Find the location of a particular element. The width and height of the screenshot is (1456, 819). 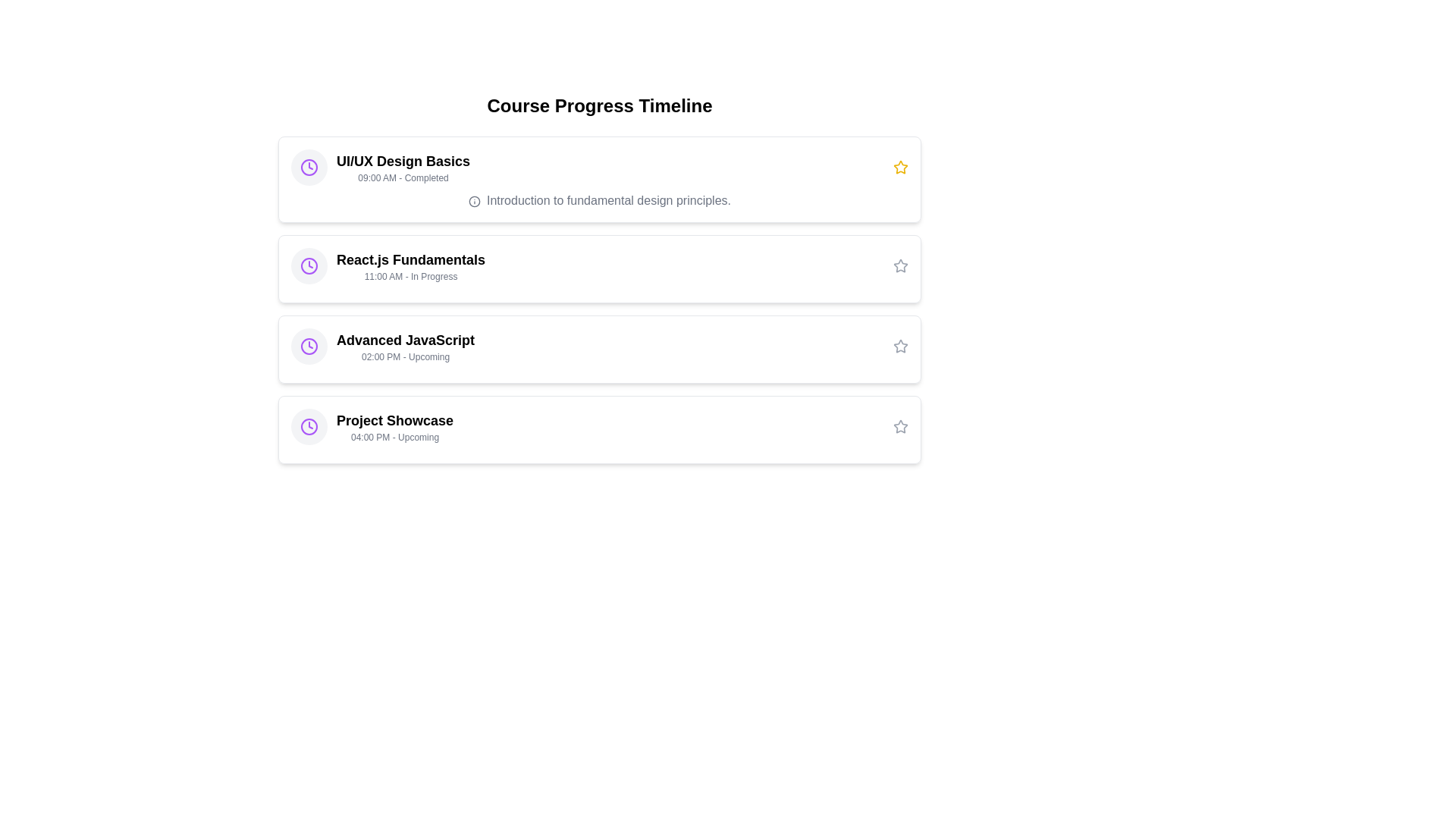

the circular clock icon with a purple outline located to the left of the text 'React.js Fundamentals' in the row labeled 'React.js Fundamentals 11:00 AM - In Progress' is located at coordinates (309, 265).